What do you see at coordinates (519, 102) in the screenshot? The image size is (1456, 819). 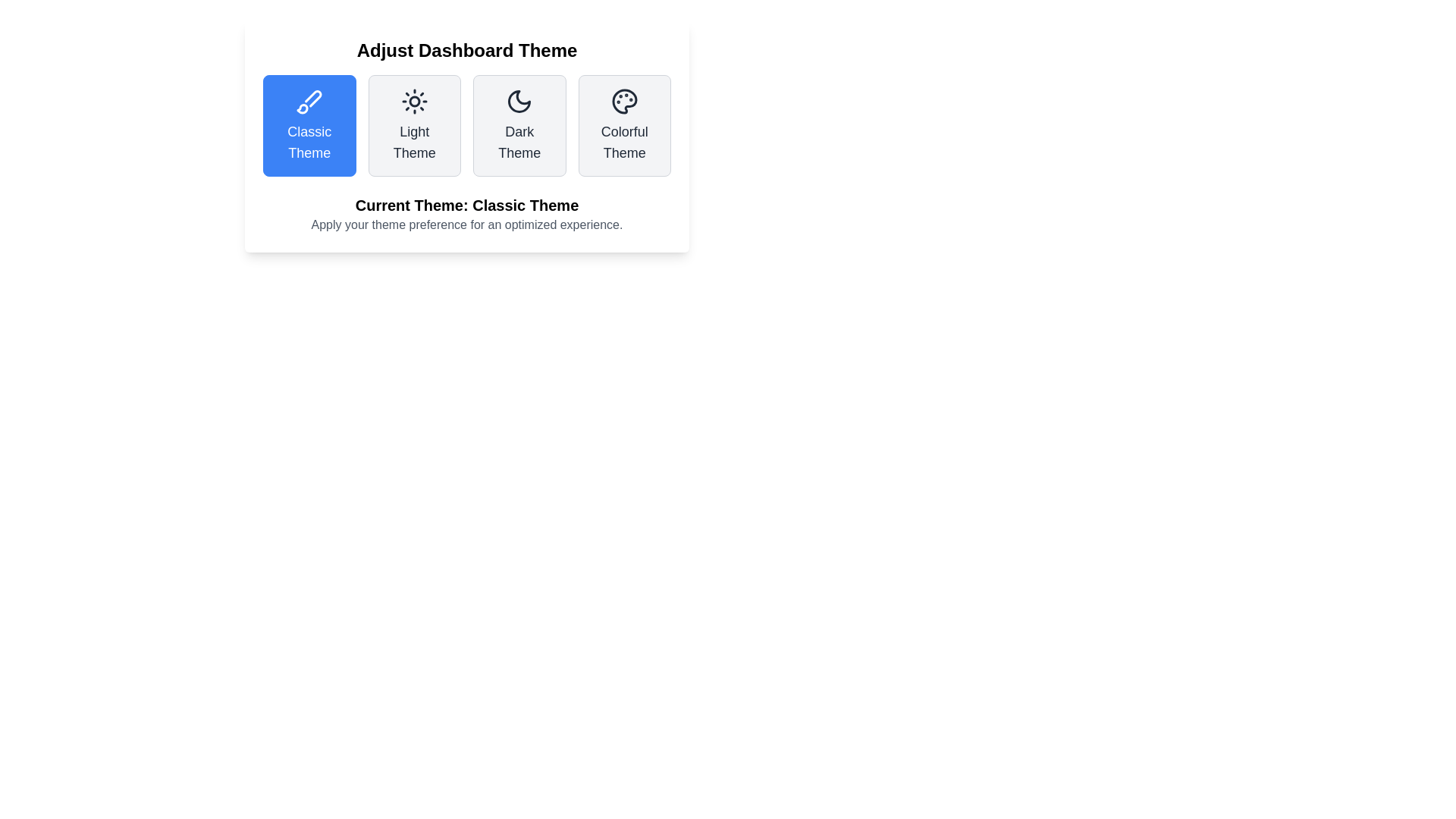 I see `the 'Dark Theme' icon located centrally in its tile above the 'Dark Theme' label` at bounding box center [519, 102].